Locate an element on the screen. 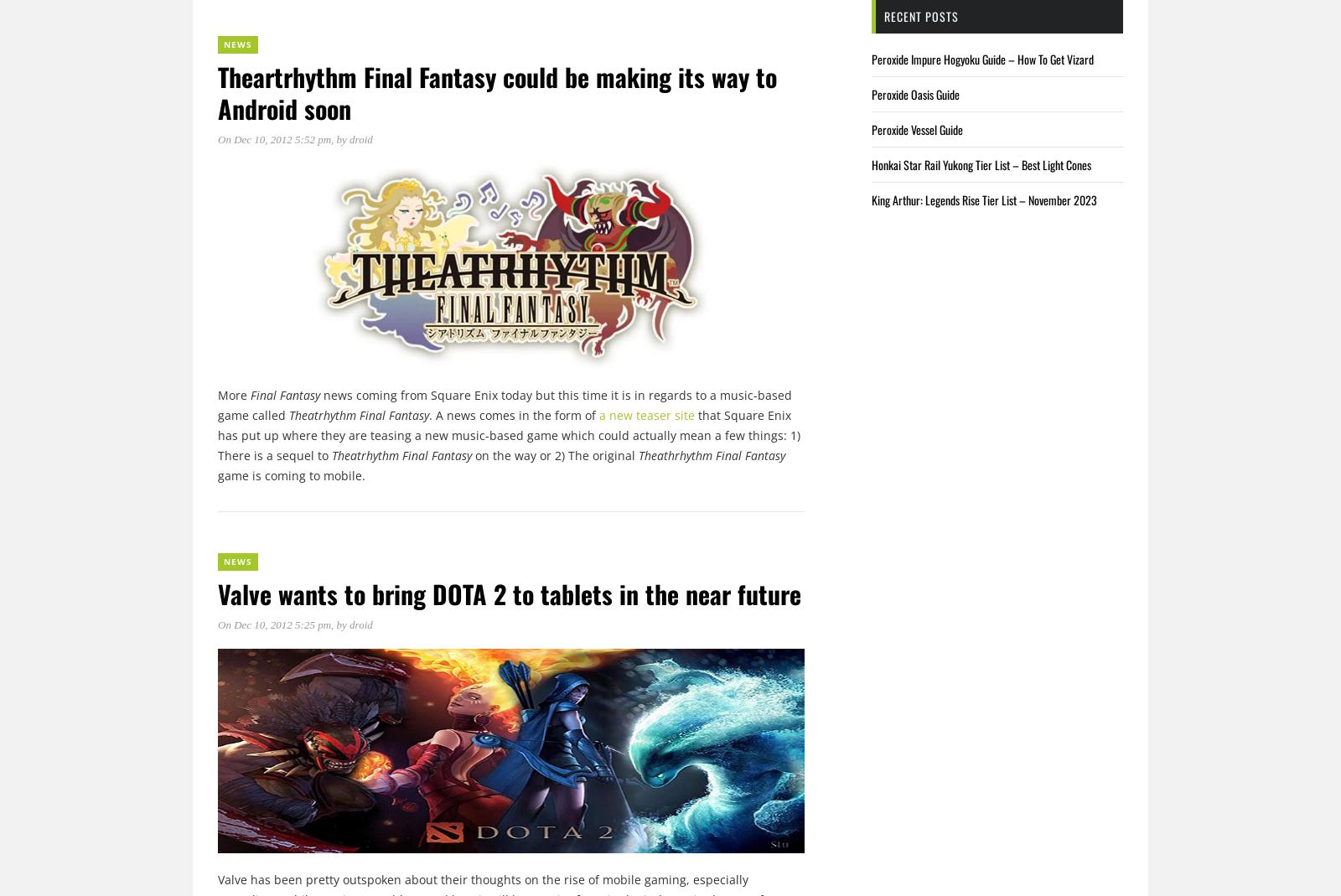 The image size is (1341, 896). 'King Arthur: Legends Rise Tier List – November 2023' is located at coordinates (984, 199).